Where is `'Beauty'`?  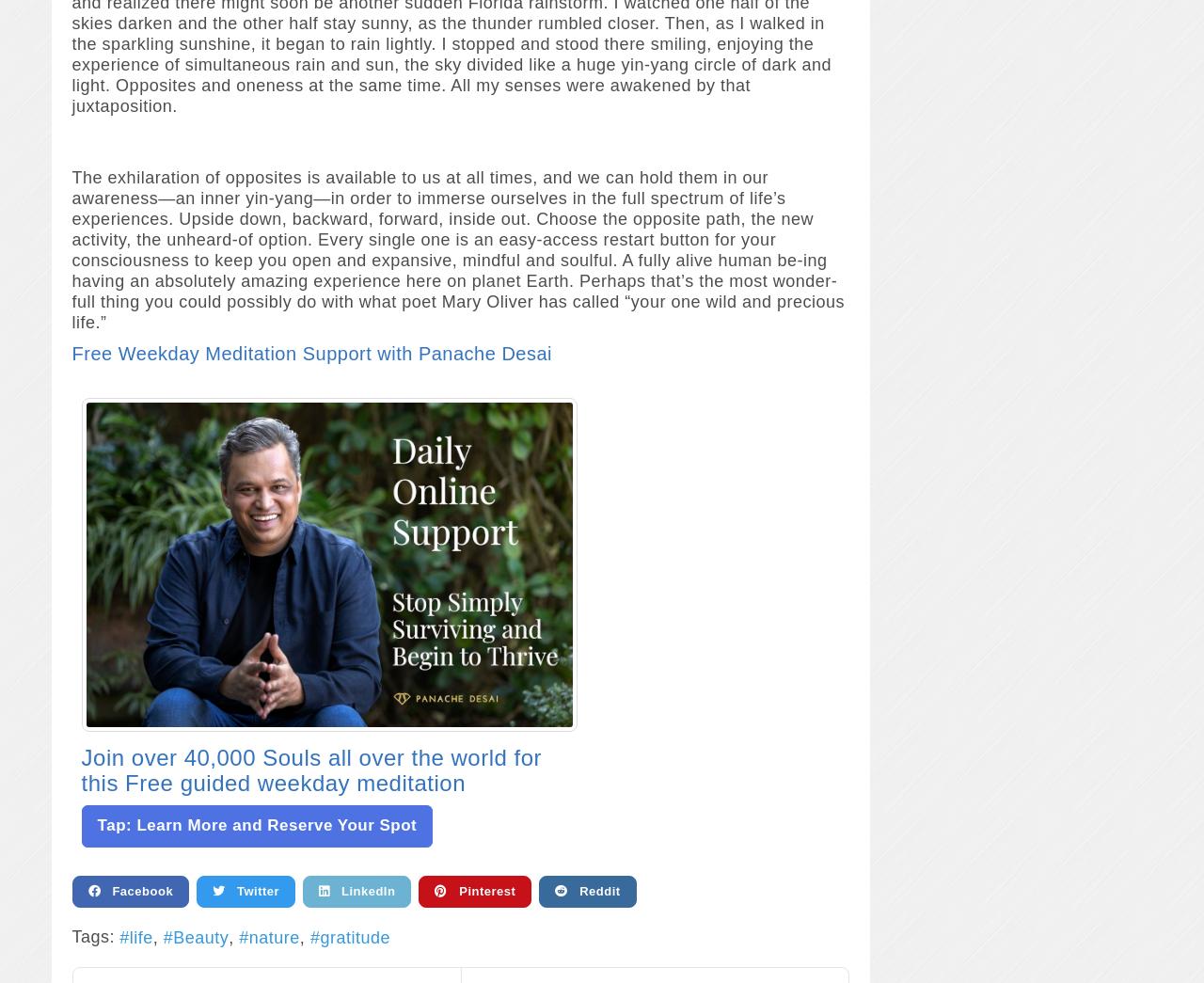 'Beauty' is located at coordinates (200, 938).